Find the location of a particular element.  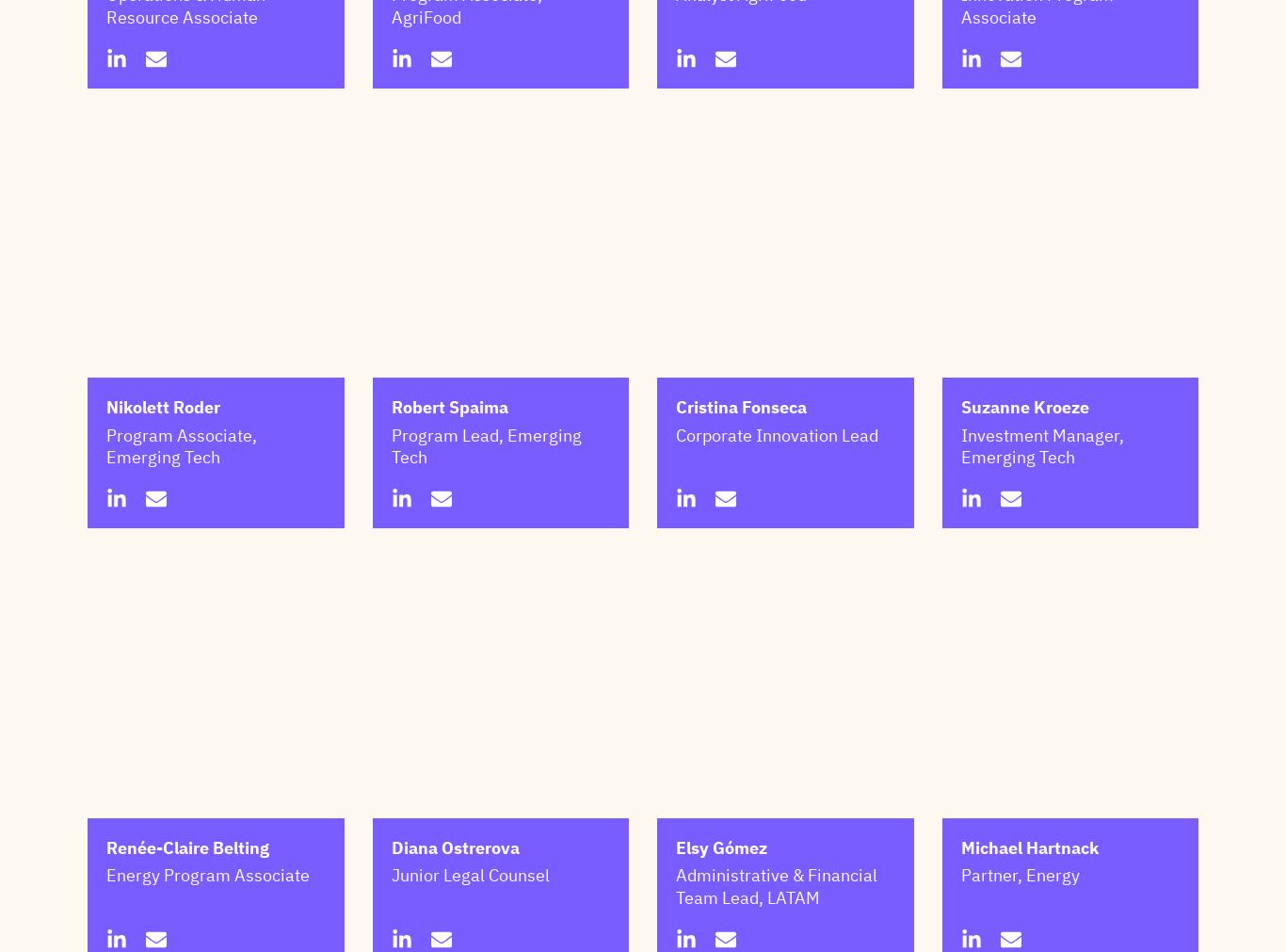

'Nikolett Roder' is located at coordinates (105, 501).